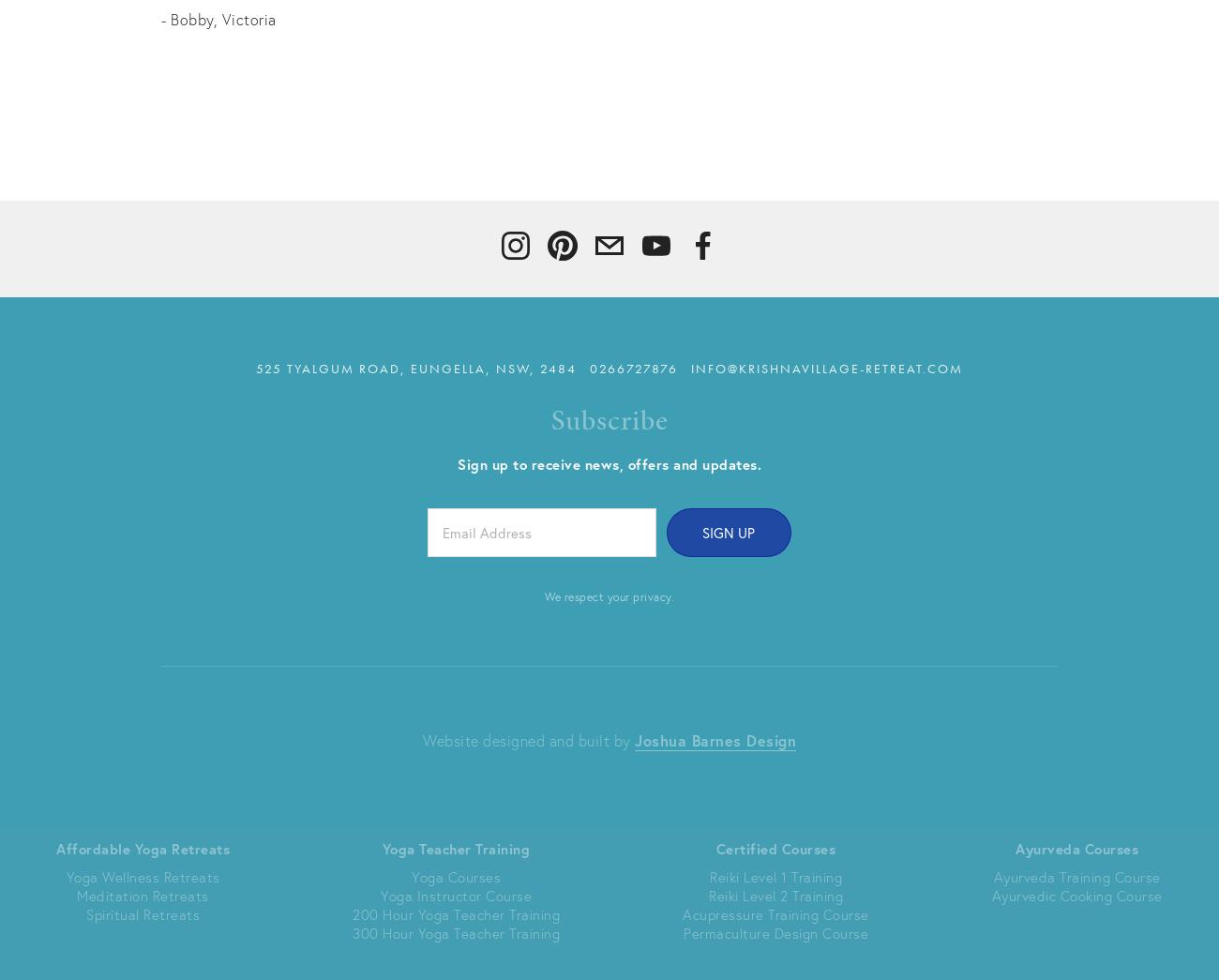  What do you see at coordinates (1076, 875) in the screenshot?
I see `'Ayurveda Training Course'` at bounding box center [1076, 875].